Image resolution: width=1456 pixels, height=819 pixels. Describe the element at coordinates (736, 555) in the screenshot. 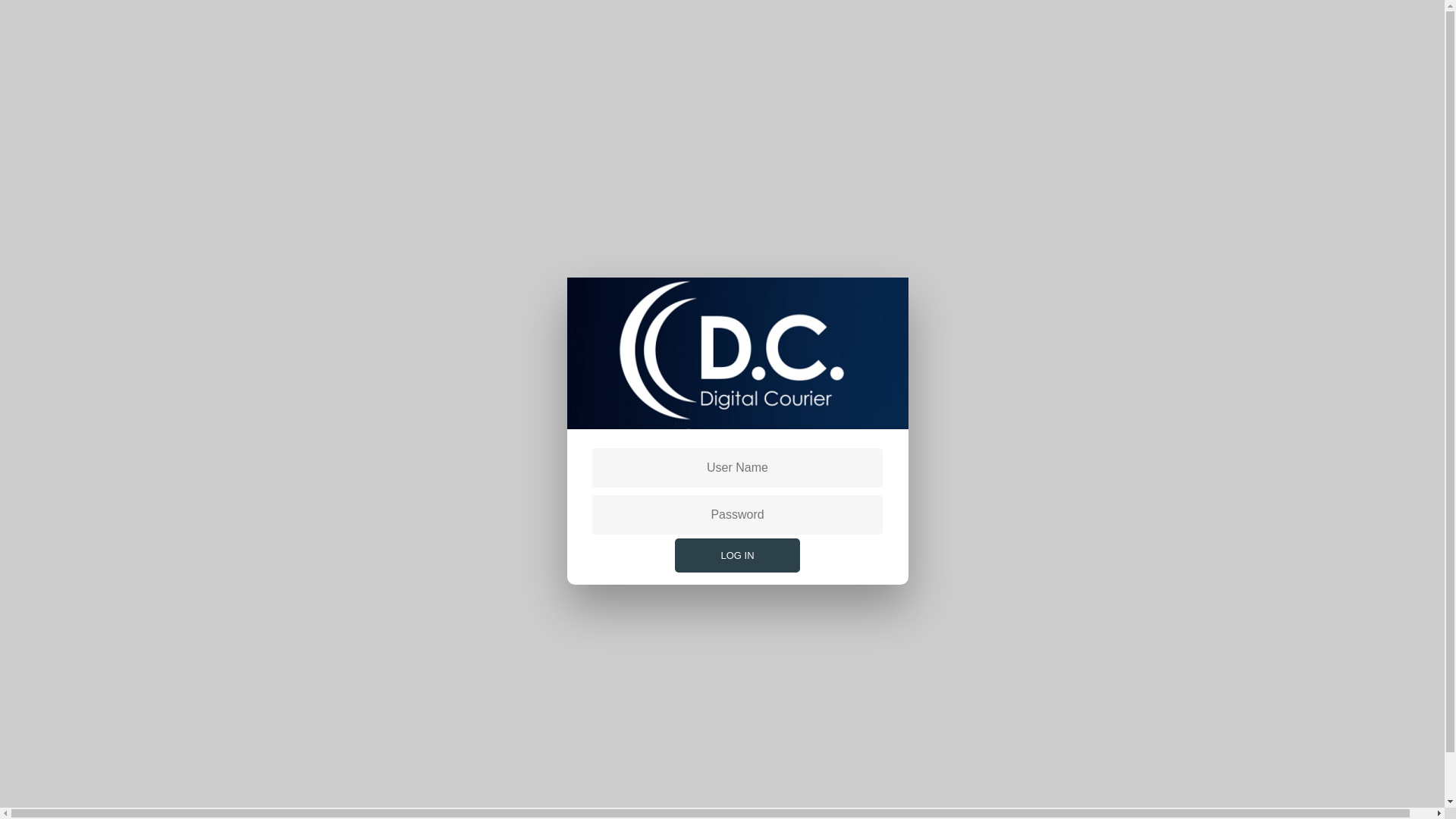

I see `'Log In'` at that location.